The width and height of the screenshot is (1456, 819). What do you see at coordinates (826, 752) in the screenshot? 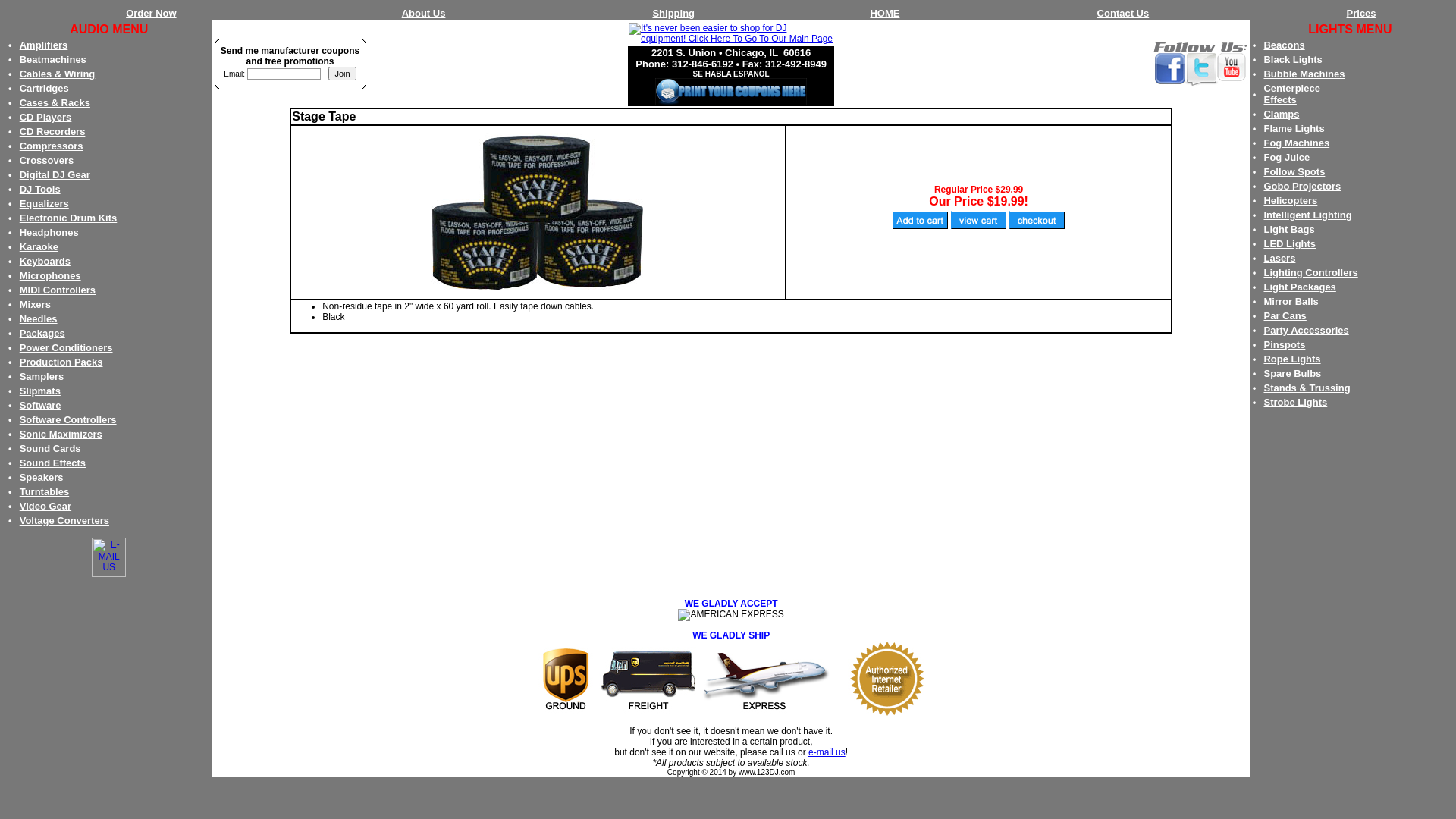
I see `'e-mail us'` at bounding box center [826, 752].